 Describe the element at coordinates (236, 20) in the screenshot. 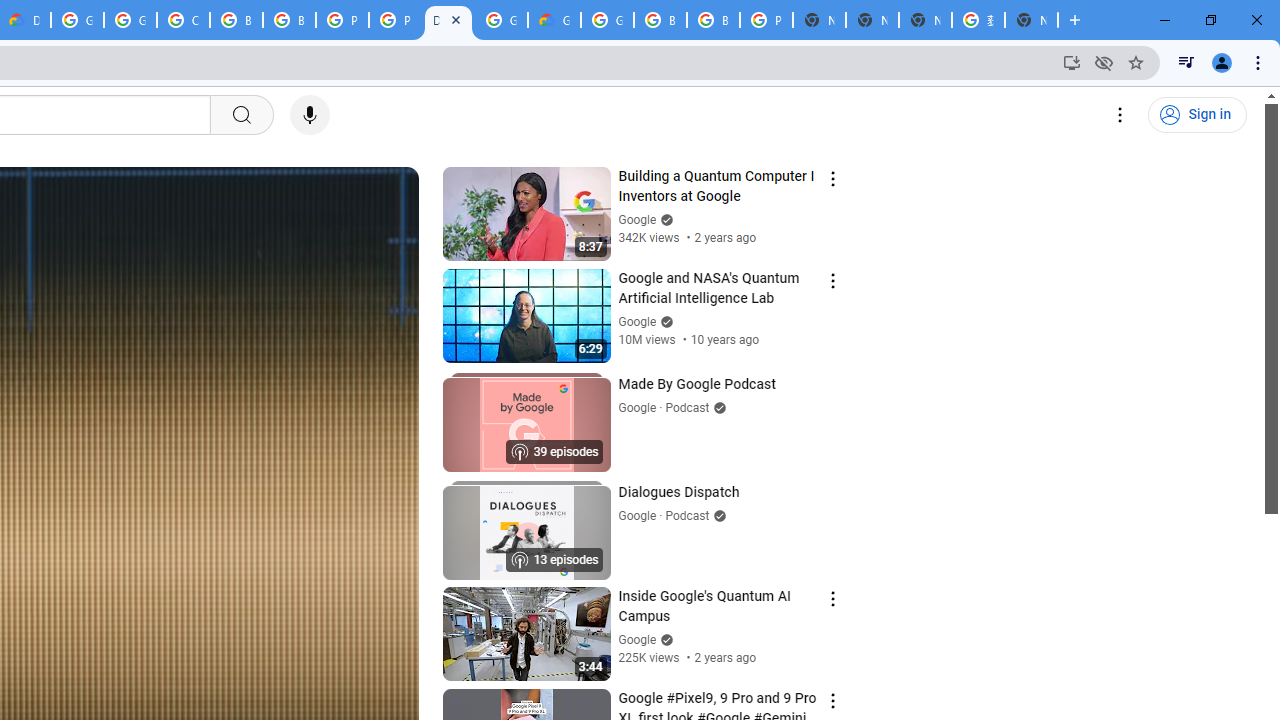

I see `'Browse Chrome as a guest - Computer - Google Chrome Help'` at that location.